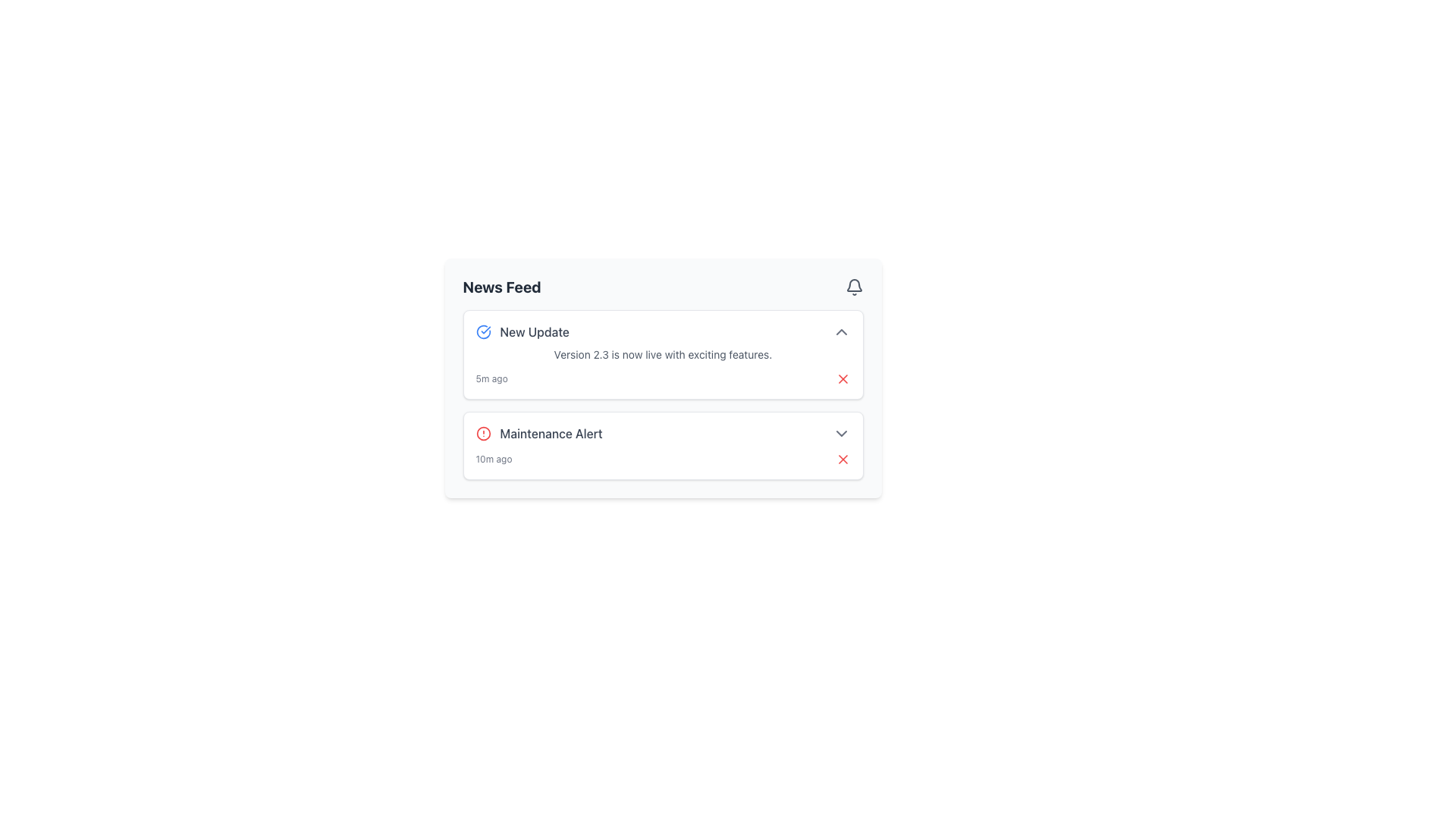 The image size is (1456, 819). What do you see at coordinates (842, 458) in the screenshot?
I see `the red 'X' icon button` at bounding box center [842, 458].